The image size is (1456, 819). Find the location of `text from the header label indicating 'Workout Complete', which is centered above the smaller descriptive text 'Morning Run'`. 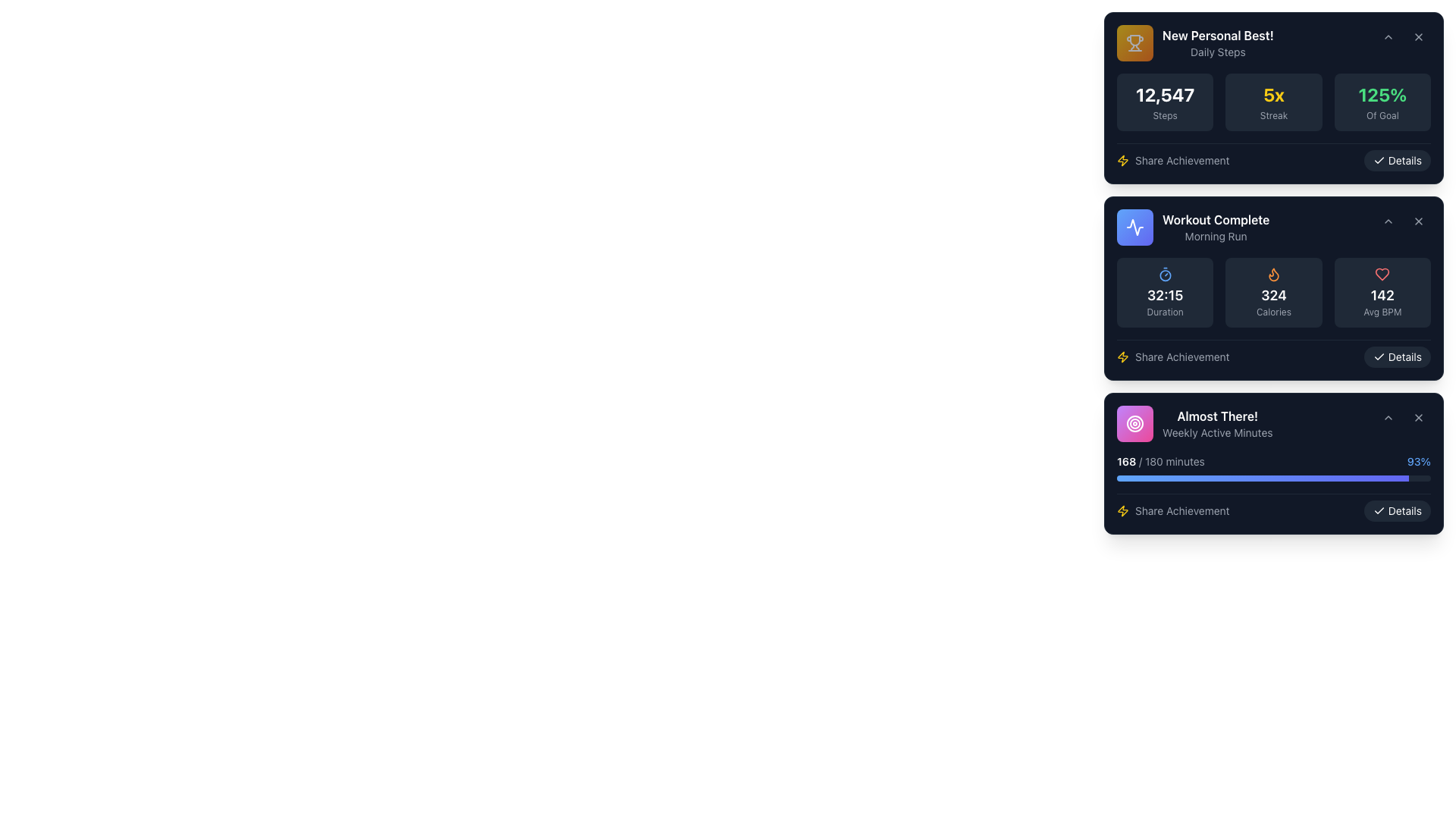

text from the header label indicating 'Workout Complete', which is centered above the smaller descriptive text 'Morning Run' is located at coordinates (1216, 219).